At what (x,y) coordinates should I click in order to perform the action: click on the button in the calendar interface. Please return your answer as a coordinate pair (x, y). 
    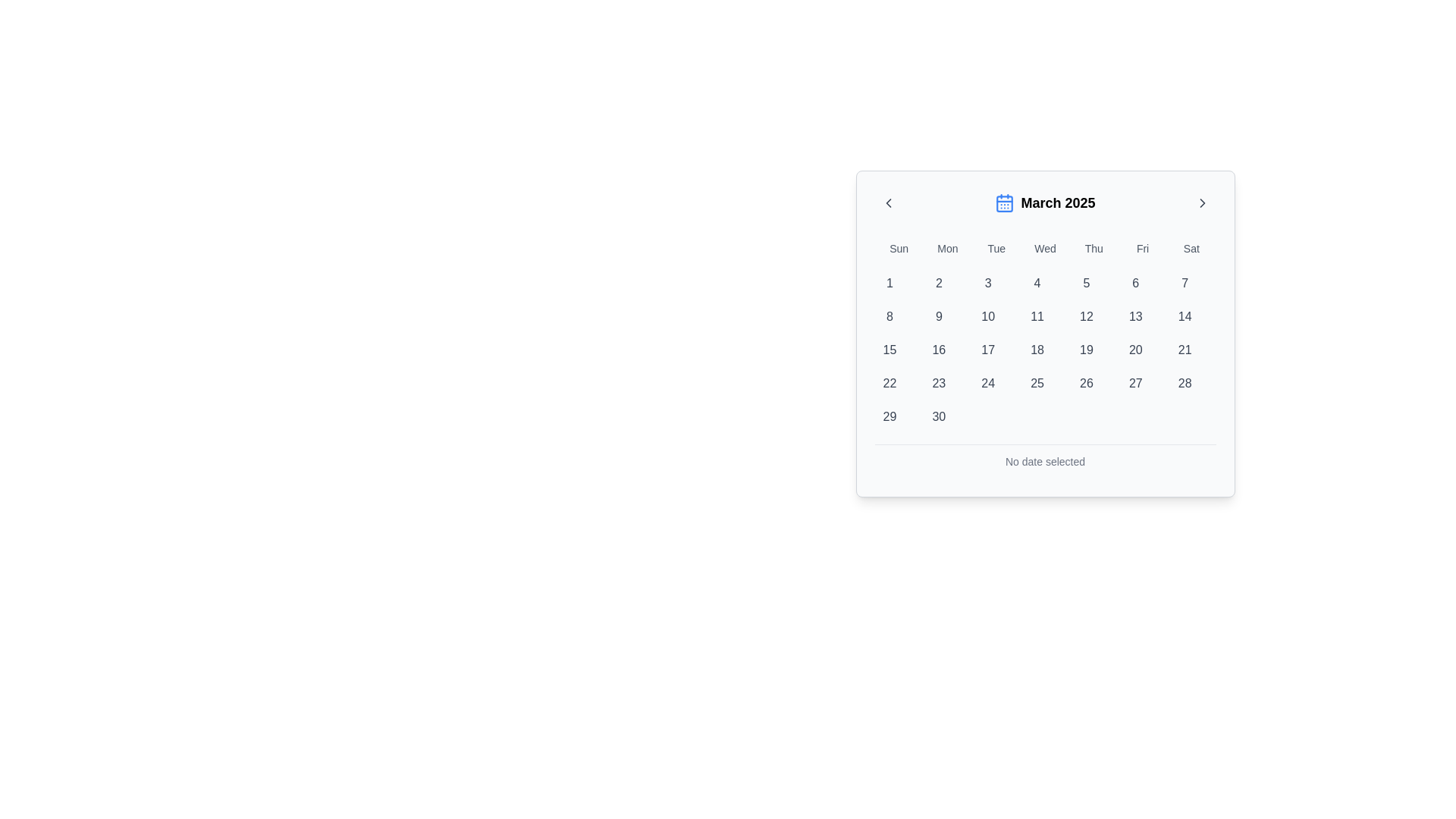
    Looking at the image, I should click on (1135, 350).